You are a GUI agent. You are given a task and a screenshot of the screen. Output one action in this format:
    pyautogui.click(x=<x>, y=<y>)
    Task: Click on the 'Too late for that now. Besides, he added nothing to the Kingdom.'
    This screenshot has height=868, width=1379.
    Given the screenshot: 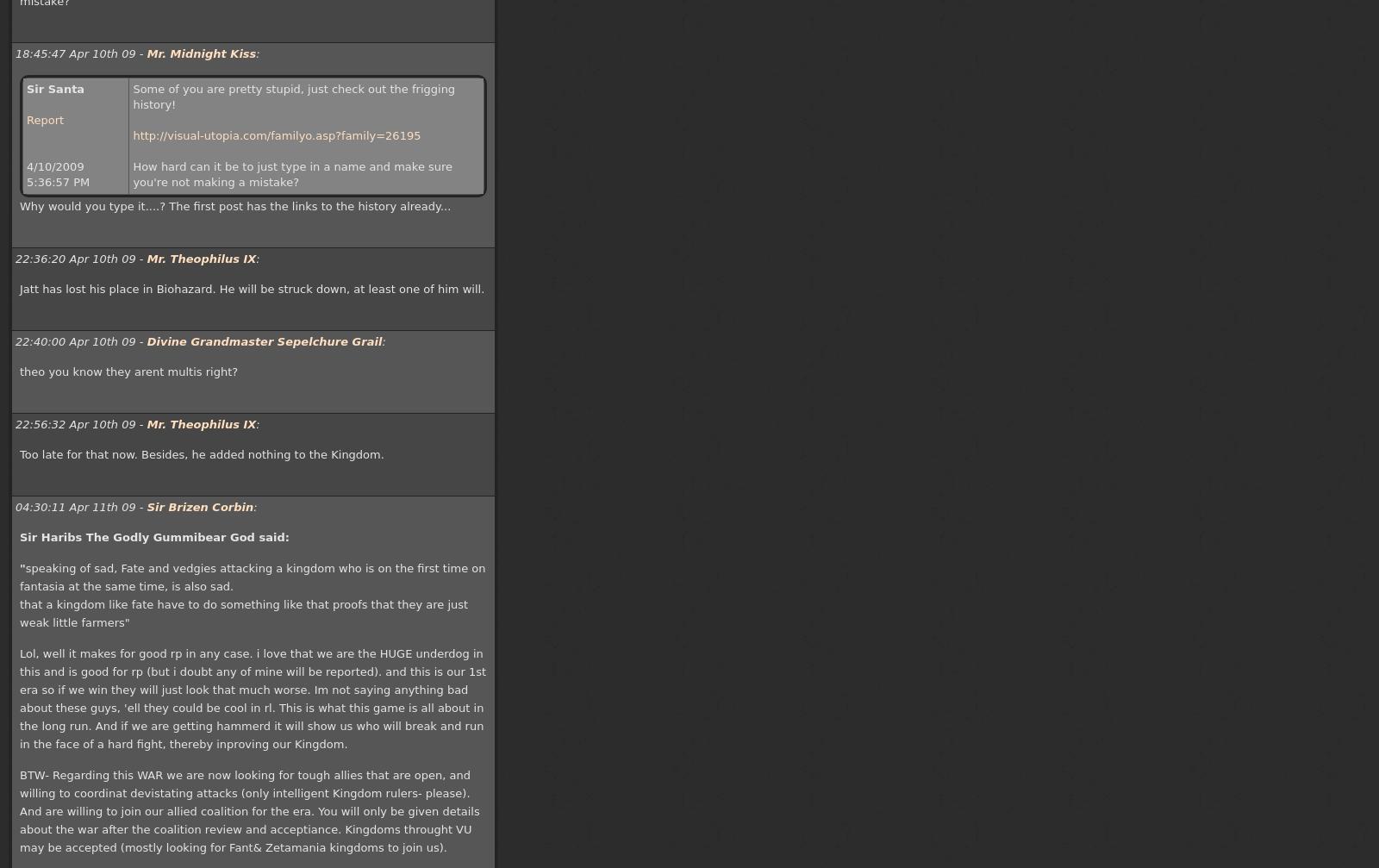 What is the action you would take?
    pyautogui.click(x=202, y=453)
    